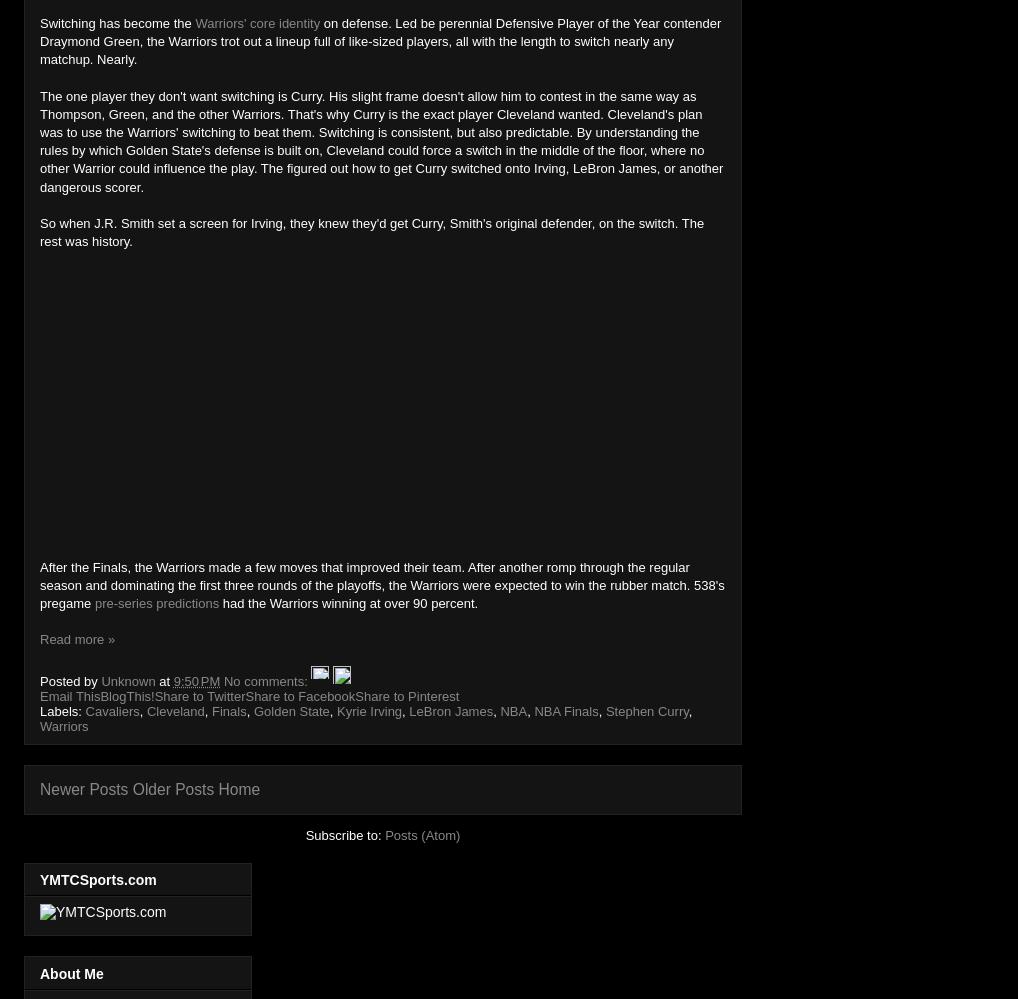 Image resolution: width=1018 pixels, height=999 pixels. I want to click on 'had the Warriors winning at over 90 percent.', so click(347, 603).